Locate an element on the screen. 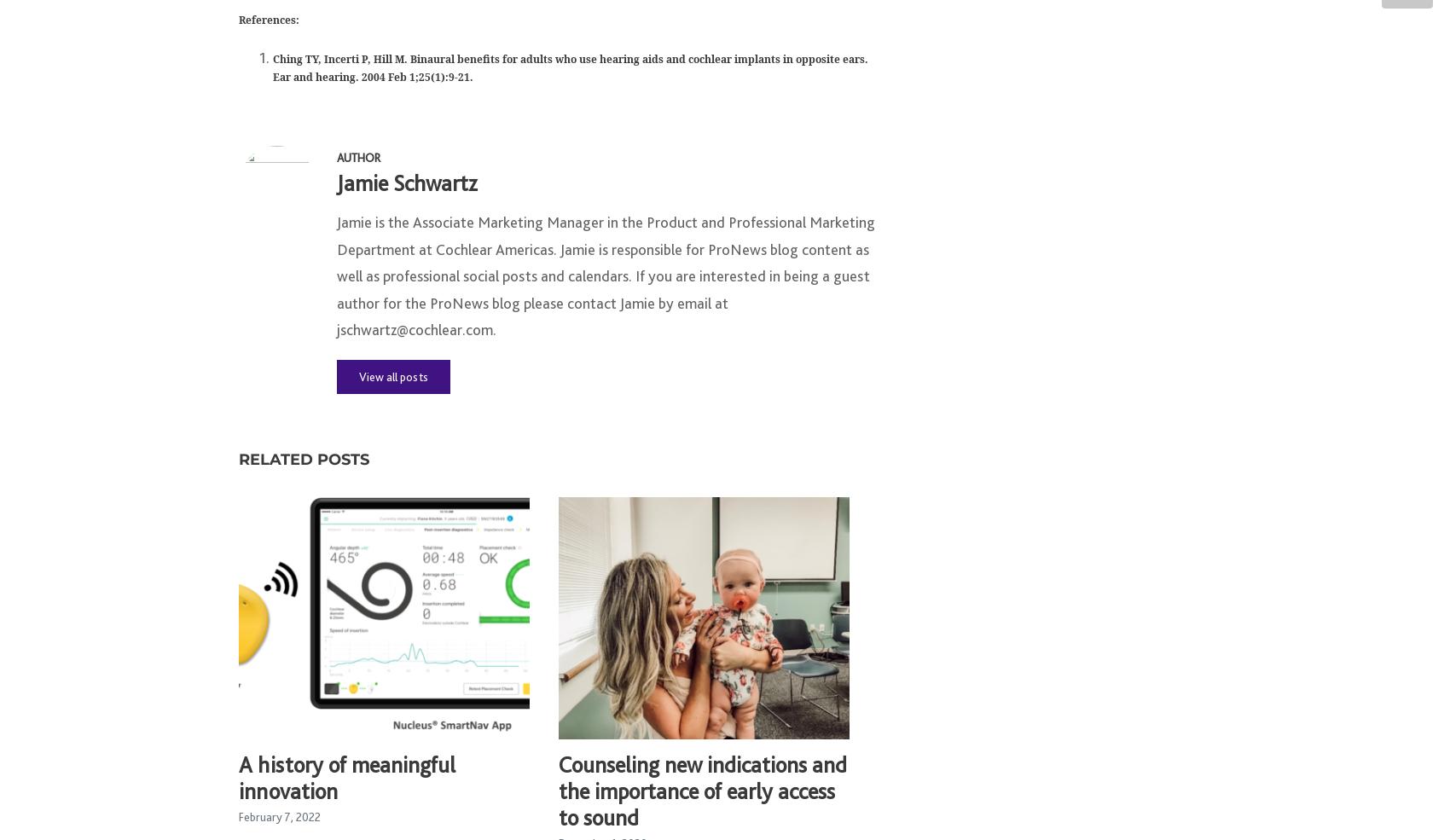 This screenshot has width=1450, height=840. 'A history of meaningful innovation' is located at coordinates (345, 785).